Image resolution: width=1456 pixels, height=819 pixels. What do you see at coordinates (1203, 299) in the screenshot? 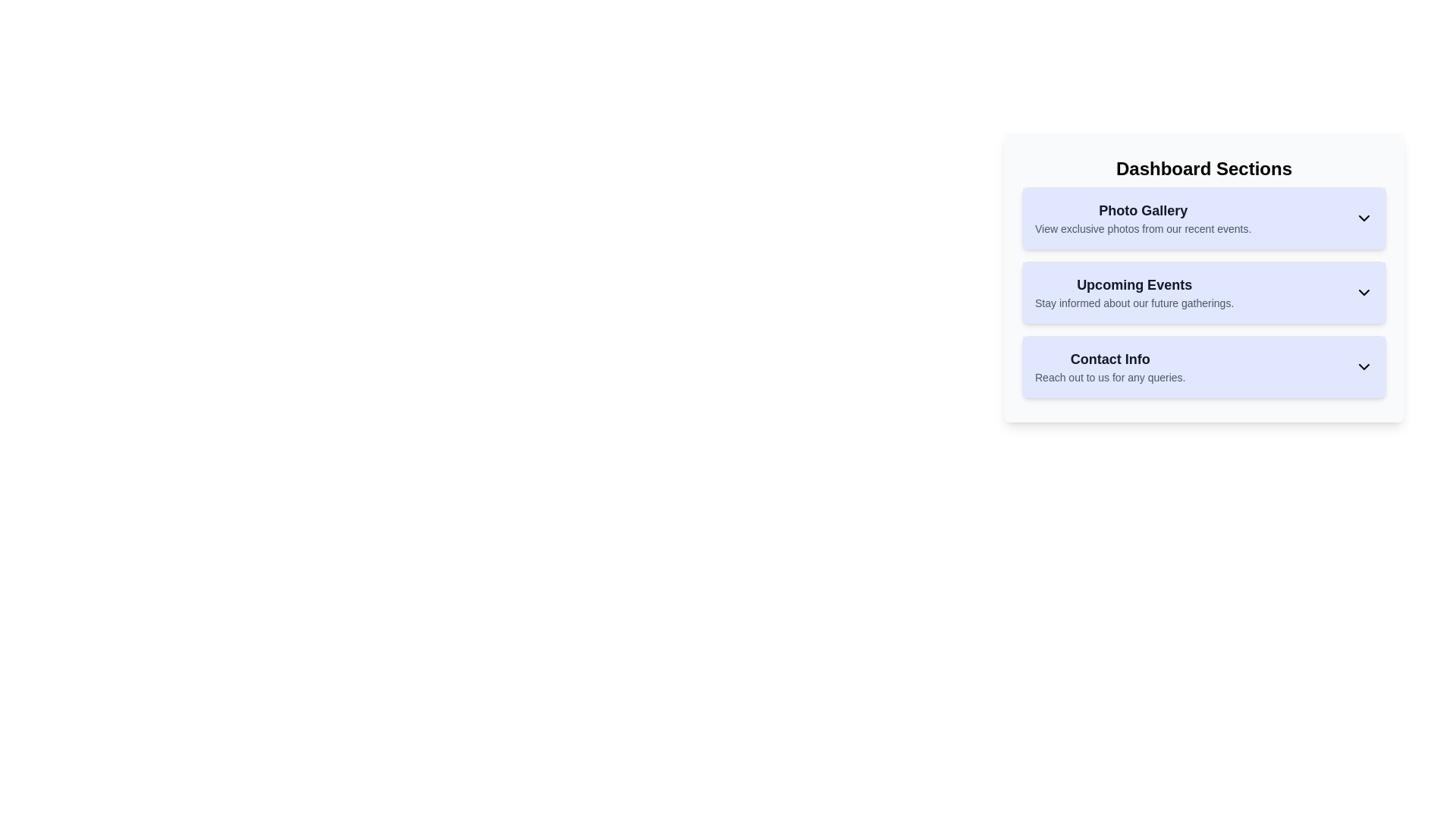
I see `the second button in the vertically stacked list within the 'Dashboard Sections' card` at bounding box center [1203, 299].